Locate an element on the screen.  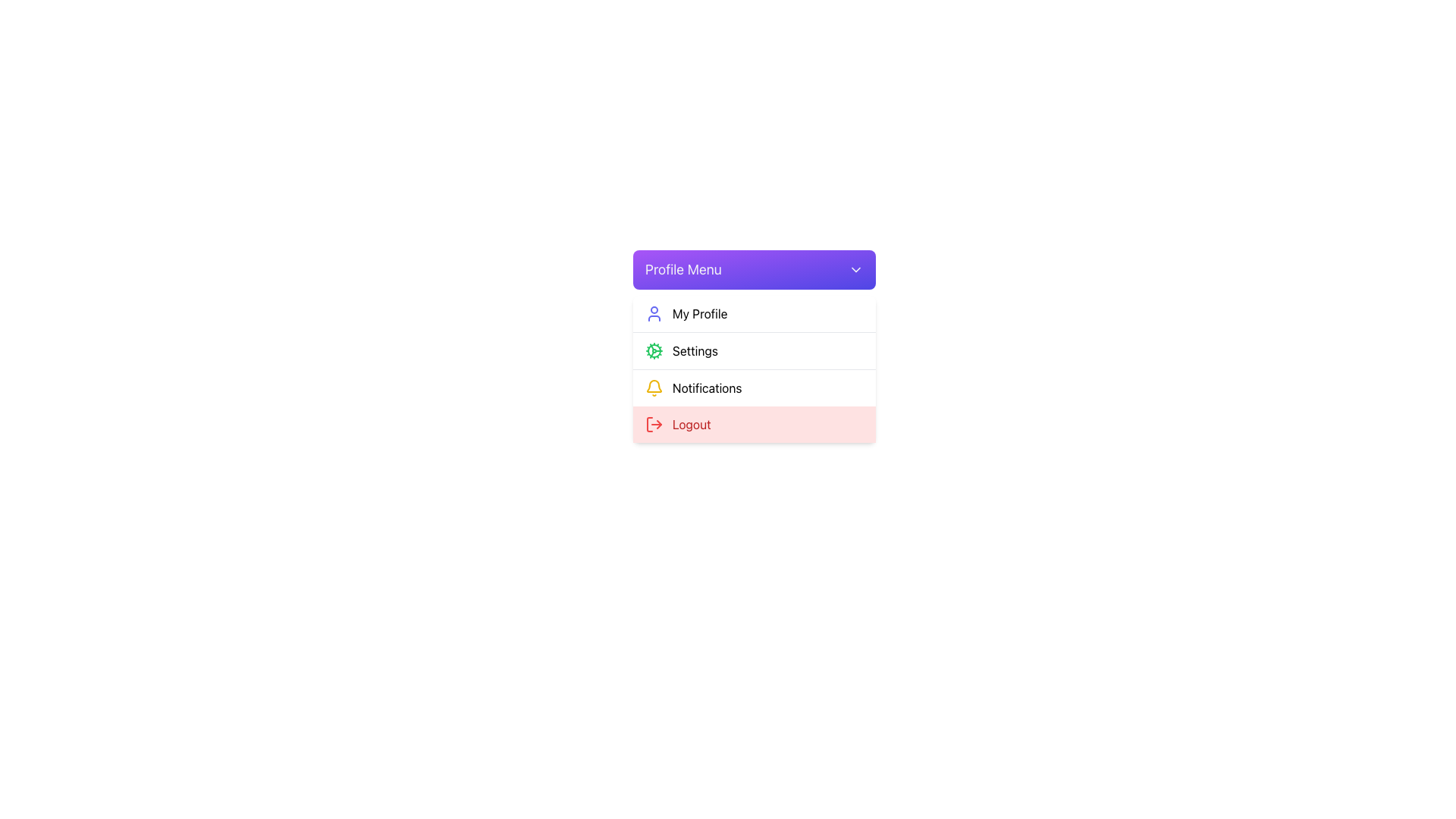
the 'Logout' menu item, which is the fourth item in the 'Profile Menu' dropdown, characterized by a red background and an icon with a right-pointing arrow, to log out is located at coordinates (754, 424).